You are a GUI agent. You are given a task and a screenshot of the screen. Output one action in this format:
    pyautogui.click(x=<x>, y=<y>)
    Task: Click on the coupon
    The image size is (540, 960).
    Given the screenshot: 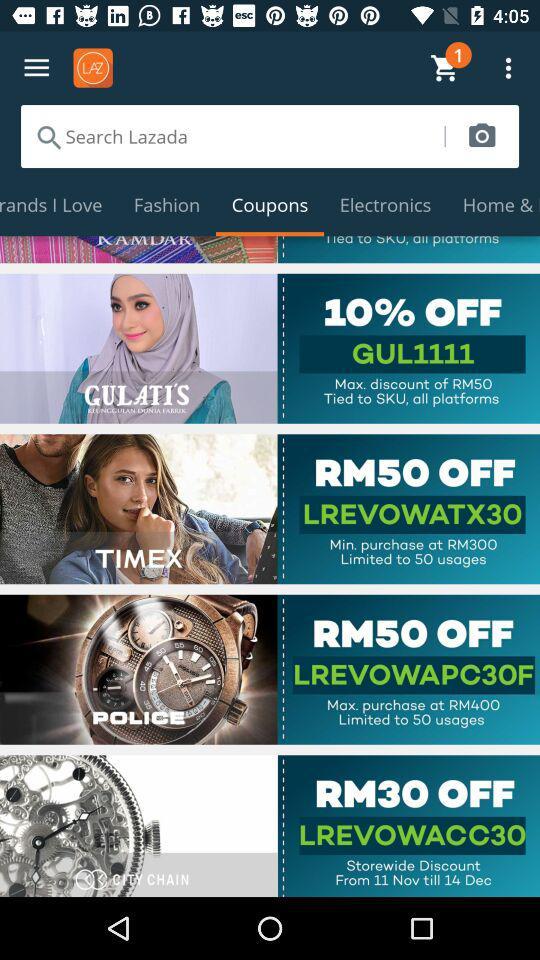 What is the action you would take?
    pyautogui.click(x=270, y=669)
    